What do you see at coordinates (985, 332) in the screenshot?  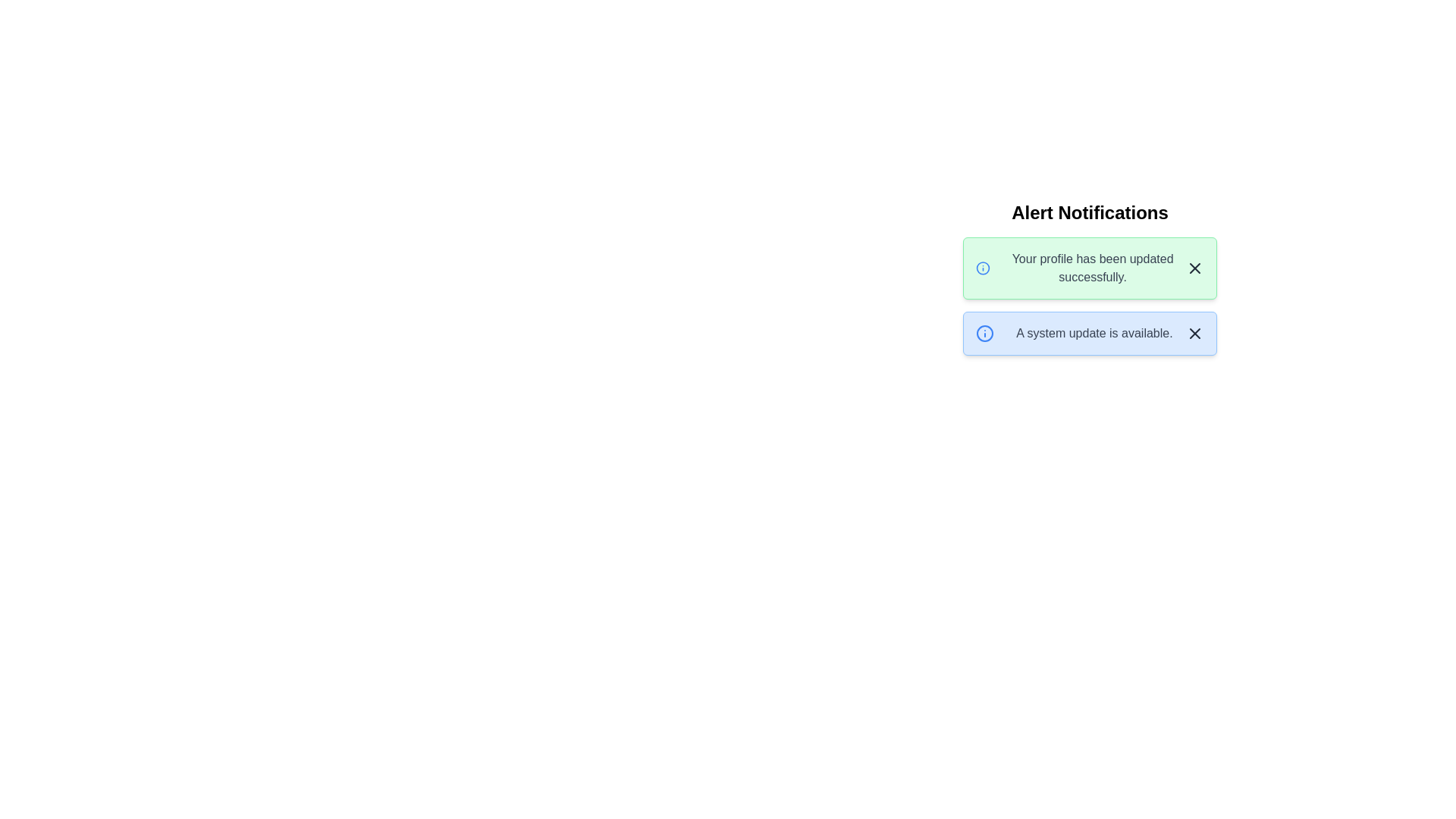 I see `the caution icon located on the leftmost side of the notification box containing the text 'A system update is available.'` at bounding box center [985, 332].